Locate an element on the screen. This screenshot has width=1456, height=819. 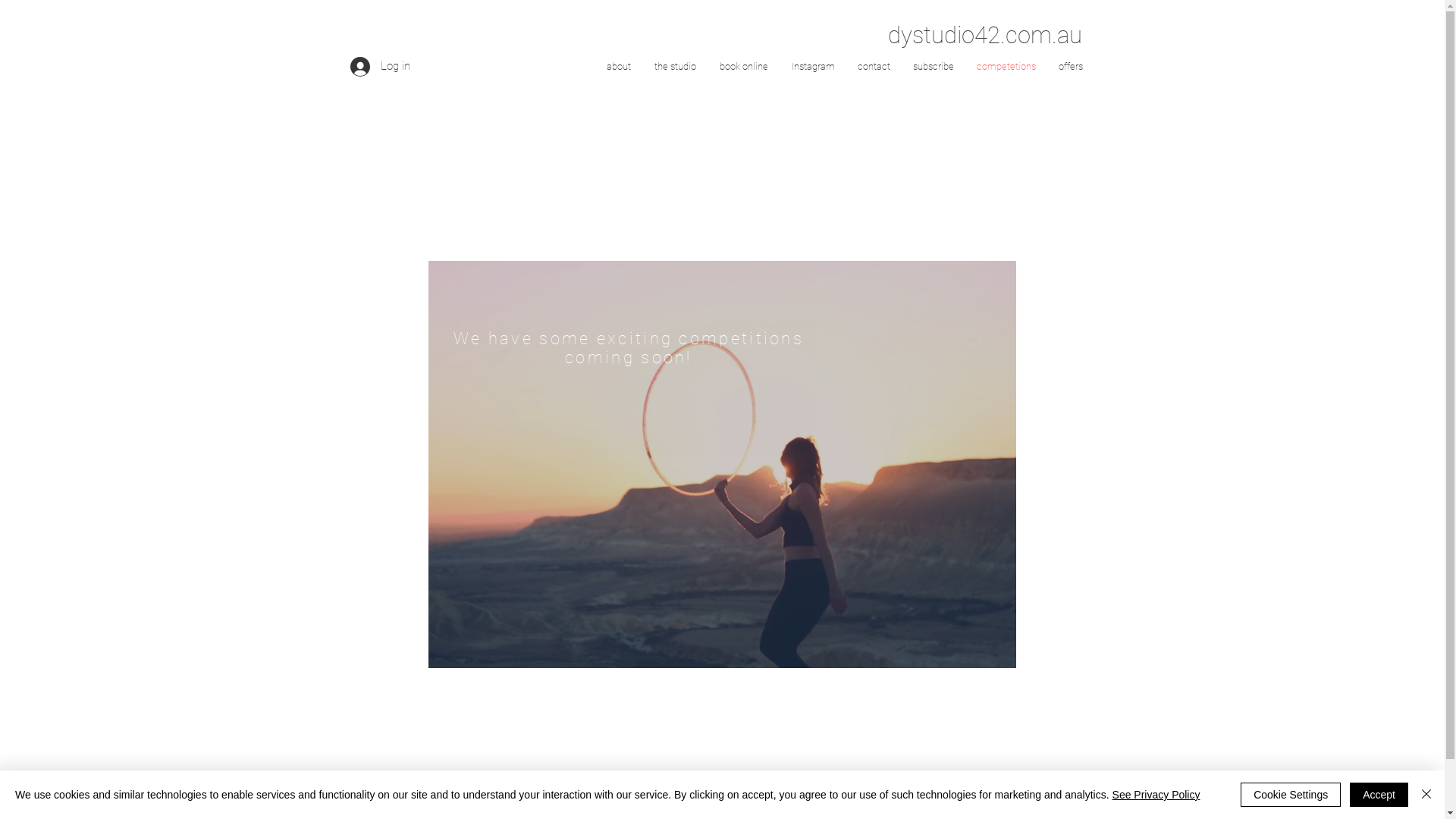
'See Privacy Policy' is located at coordinates (1156, 794).